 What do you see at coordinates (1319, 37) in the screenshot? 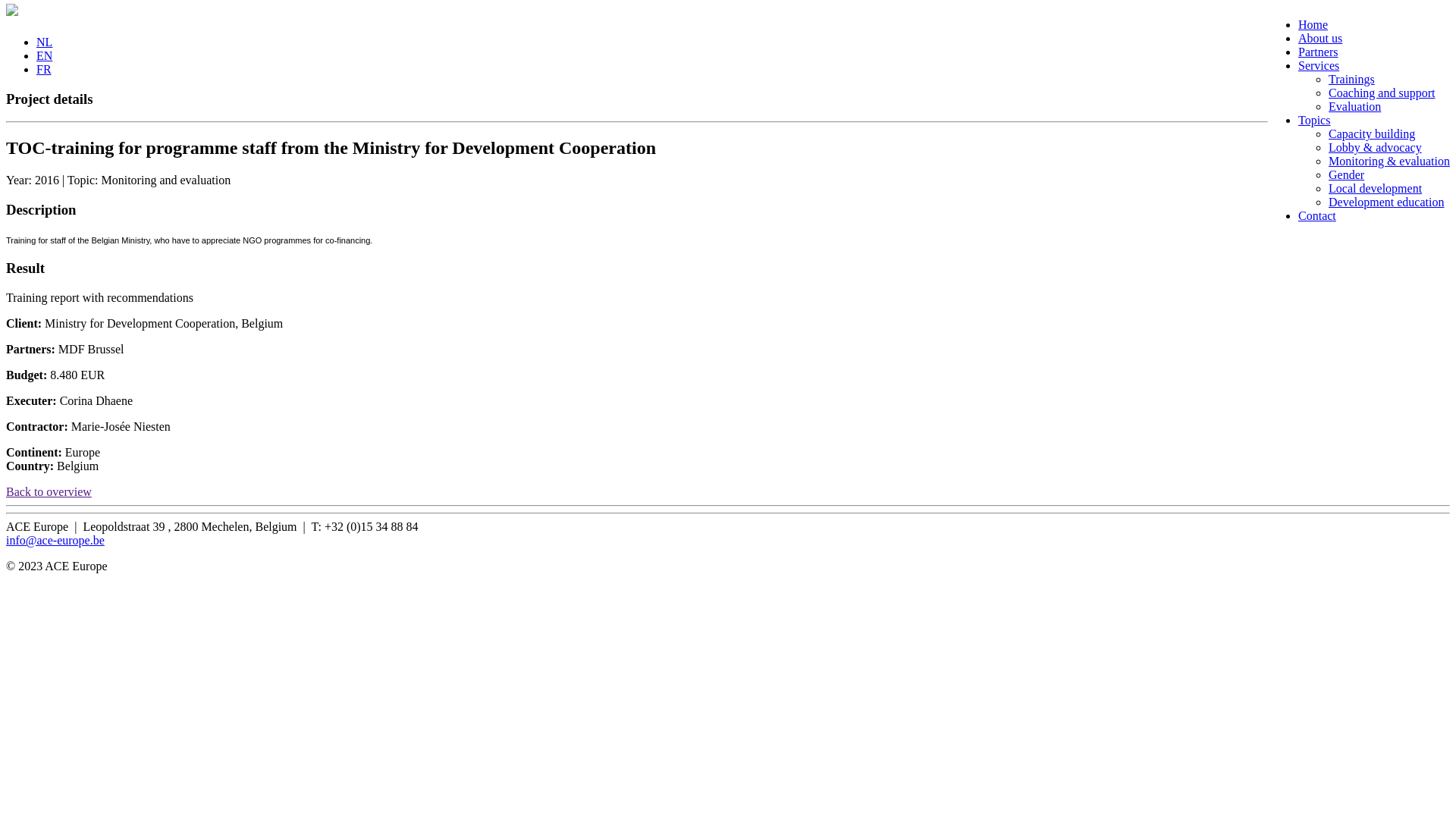
I see `'About us'` at bounding box center [1319, 37].